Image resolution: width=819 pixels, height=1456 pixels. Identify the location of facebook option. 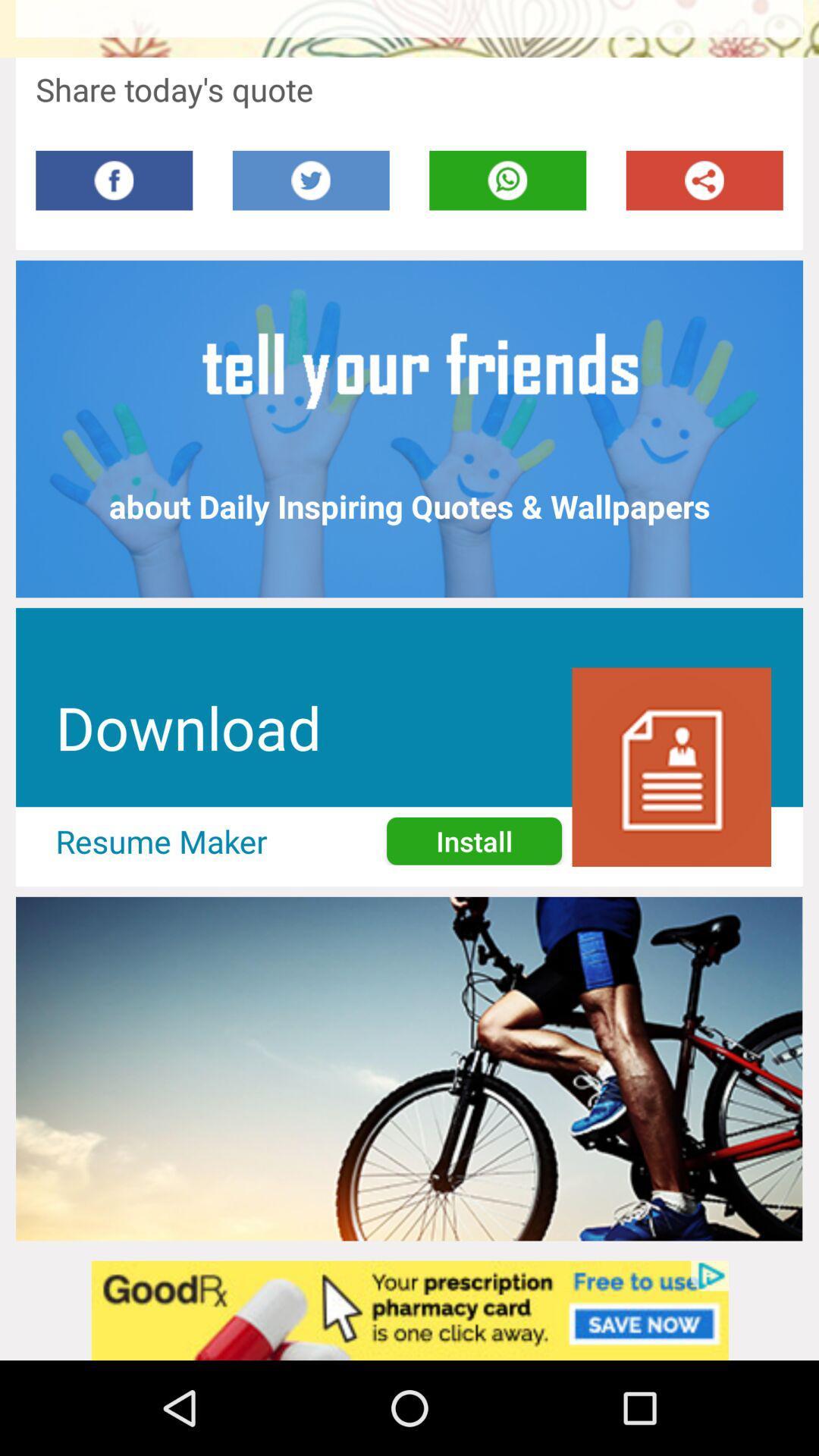
(113, 180).